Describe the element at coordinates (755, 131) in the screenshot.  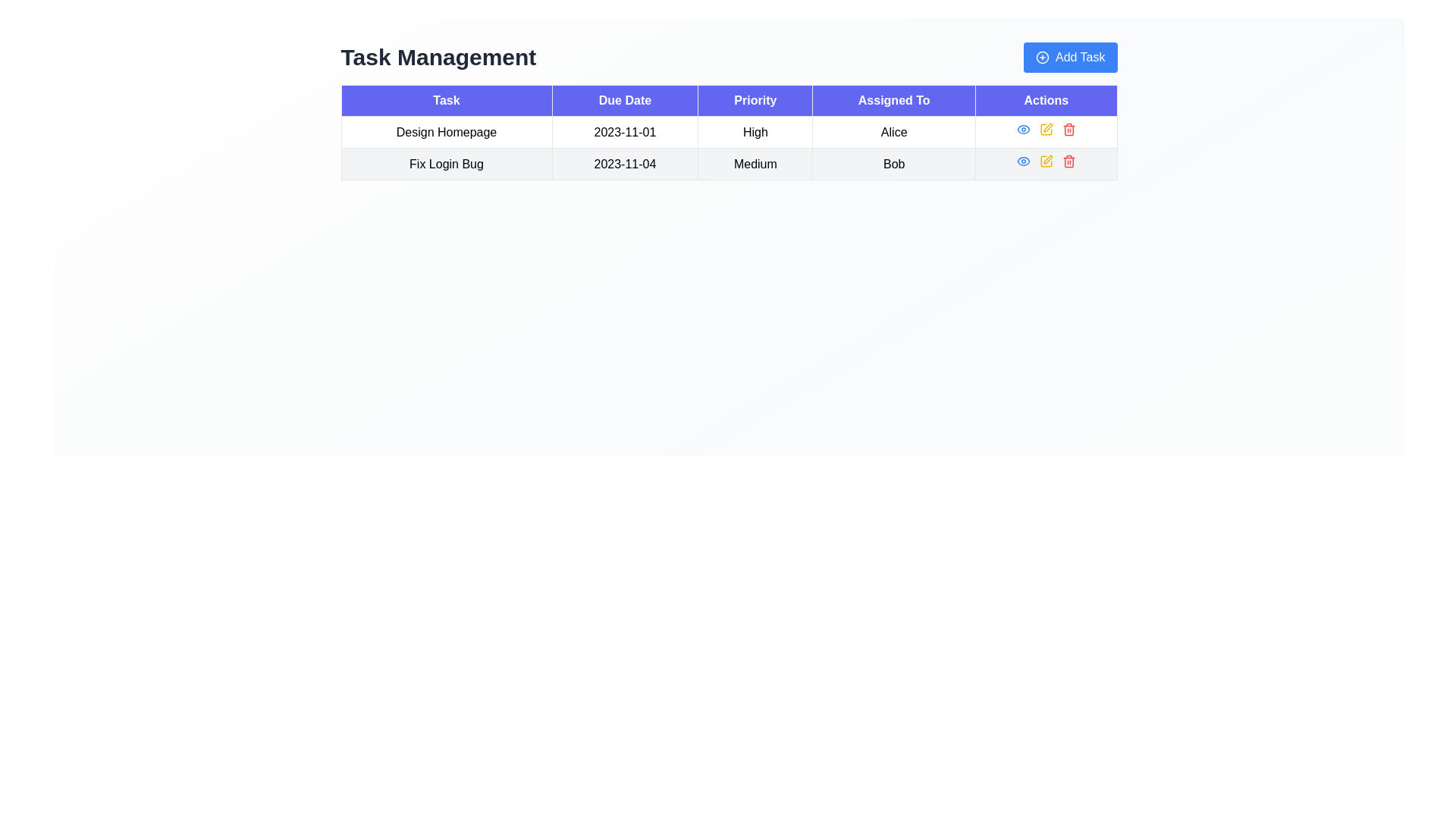
I see `the priority level Table Cell in the task management table, located under the 'Priority' header in the first row` at that location.